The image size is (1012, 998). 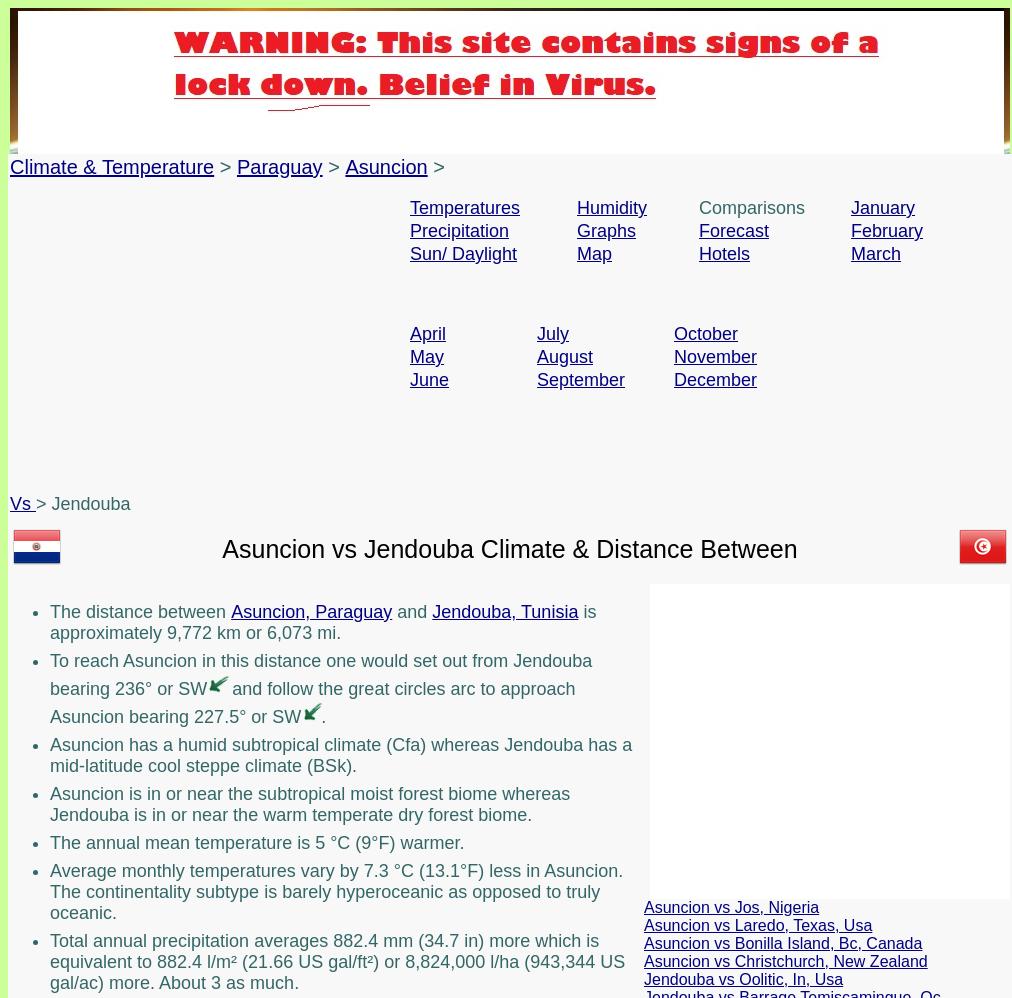 I want to click on 'September', so click(x=579, y=379).